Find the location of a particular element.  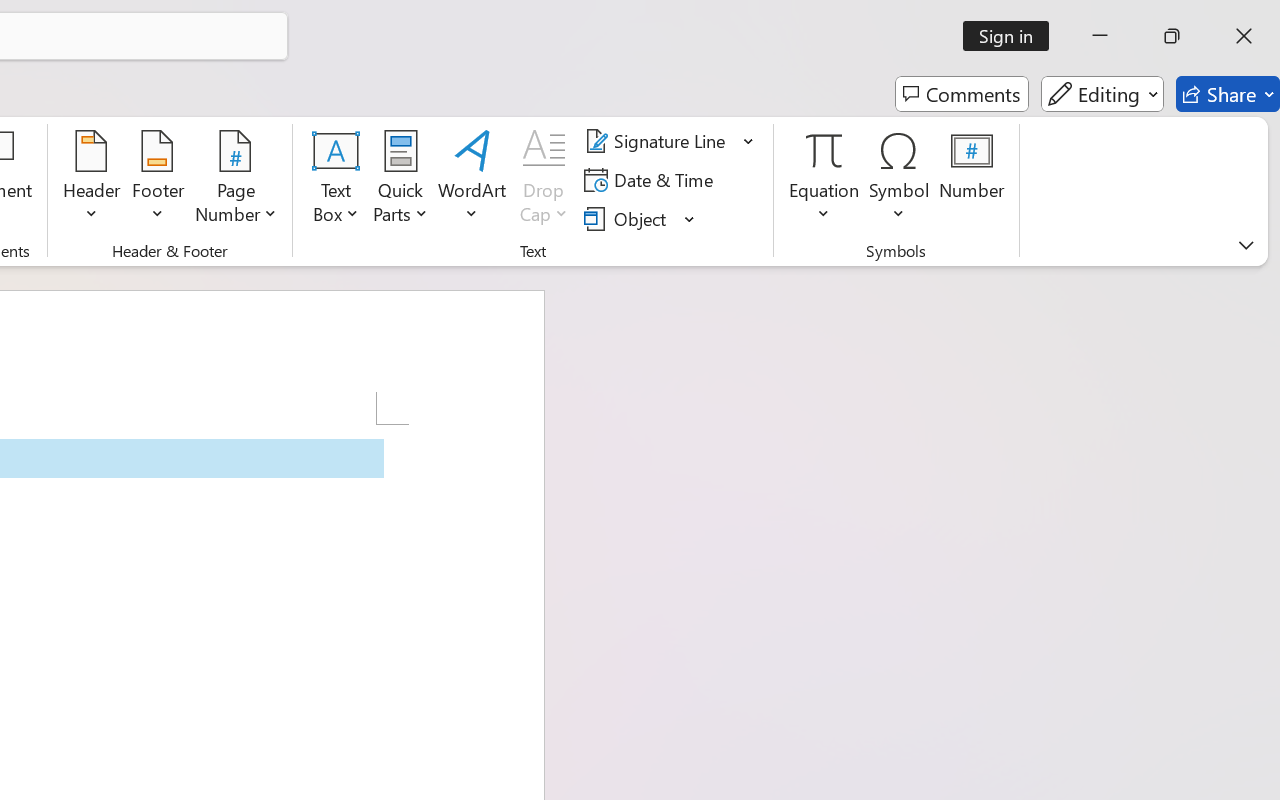

'Signature Line' is located at coordinates (670, 141).